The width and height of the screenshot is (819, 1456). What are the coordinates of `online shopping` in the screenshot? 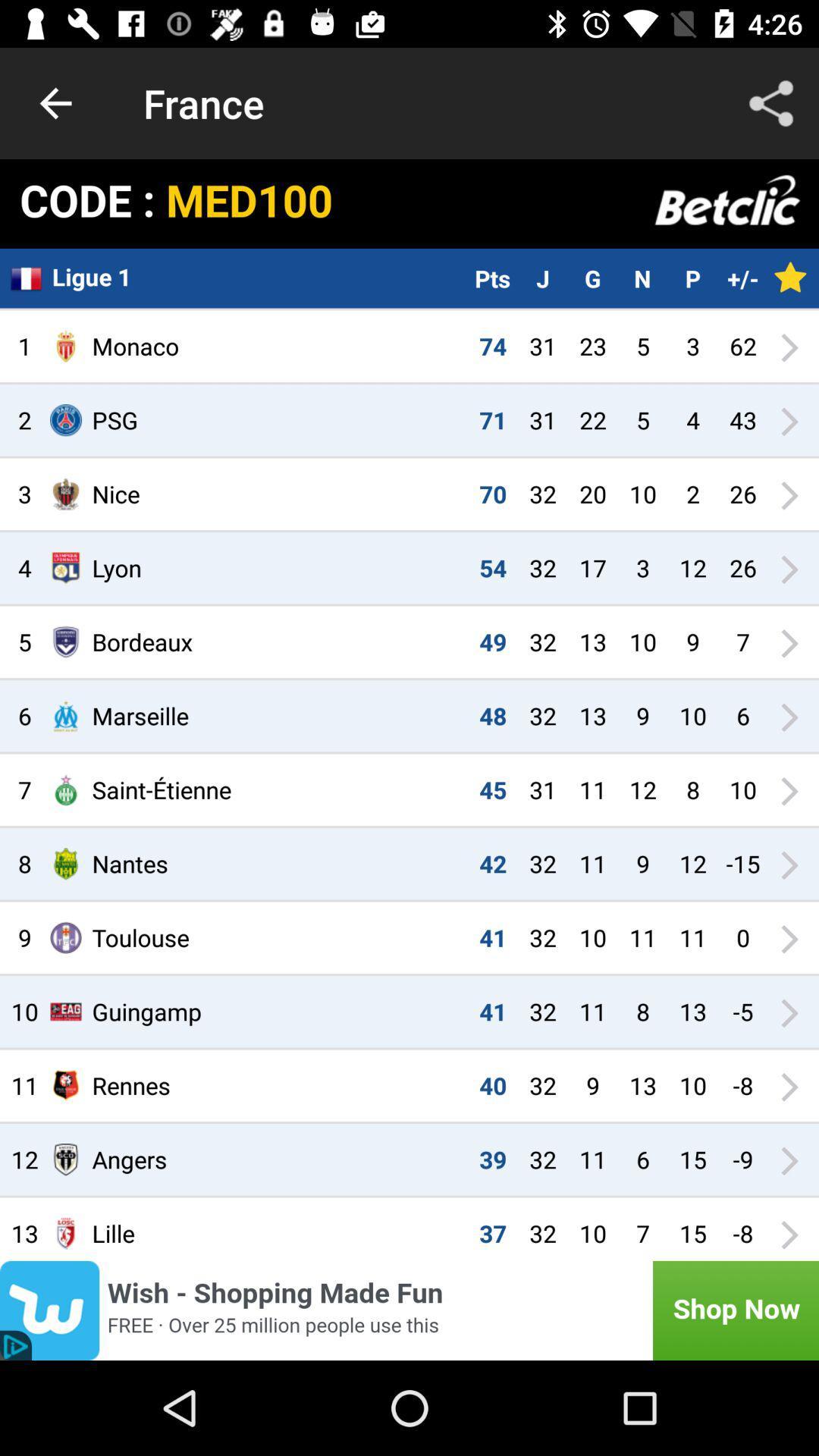 It's located at (409, 1310).